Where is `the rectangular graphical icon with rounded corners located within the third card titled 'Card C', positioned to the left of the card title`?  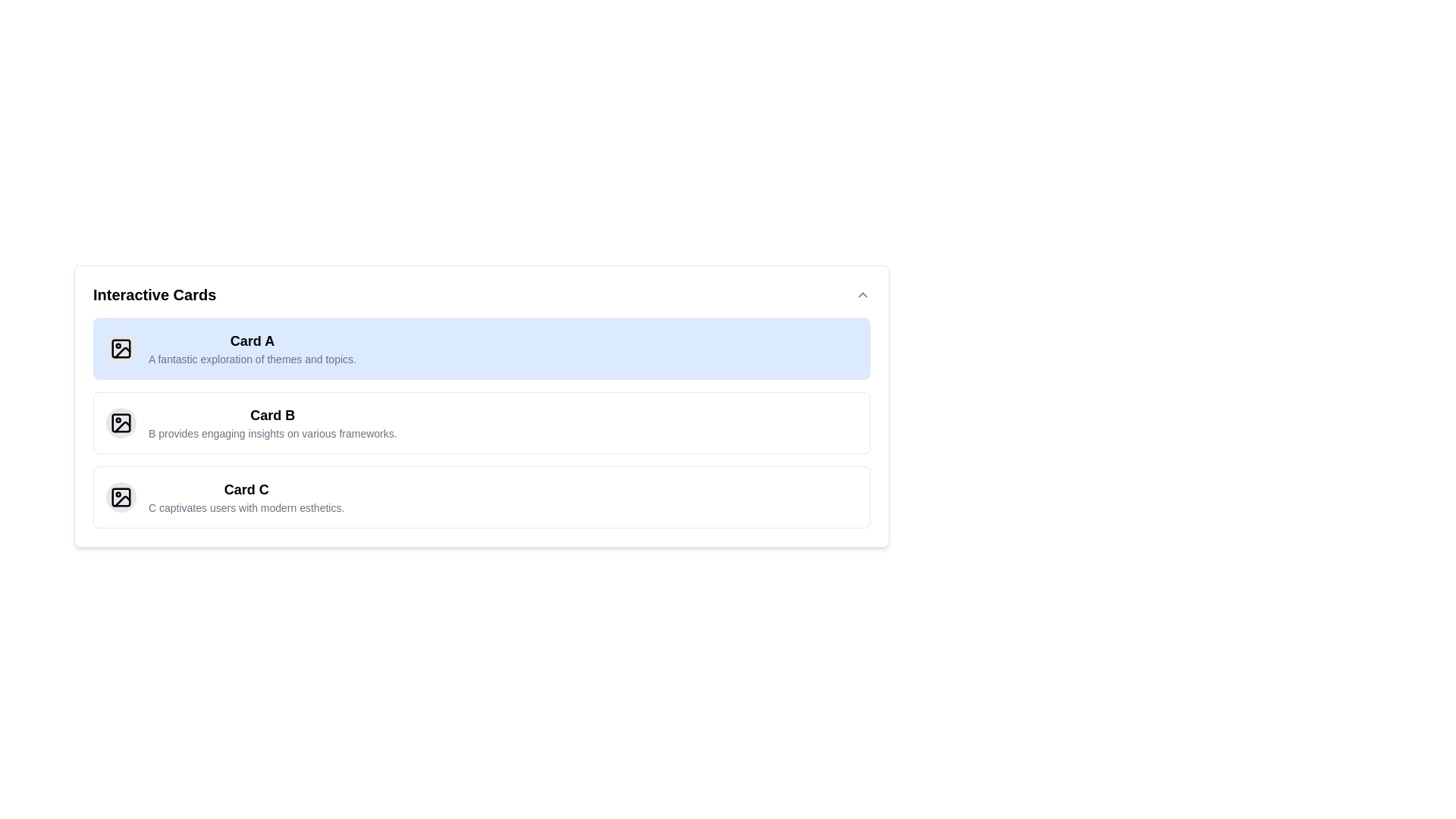
the rectangular graphical icon with rounded corners located within the third card titled 'Card C', positioned to the left of the card title is located at coordinates (120, 497).